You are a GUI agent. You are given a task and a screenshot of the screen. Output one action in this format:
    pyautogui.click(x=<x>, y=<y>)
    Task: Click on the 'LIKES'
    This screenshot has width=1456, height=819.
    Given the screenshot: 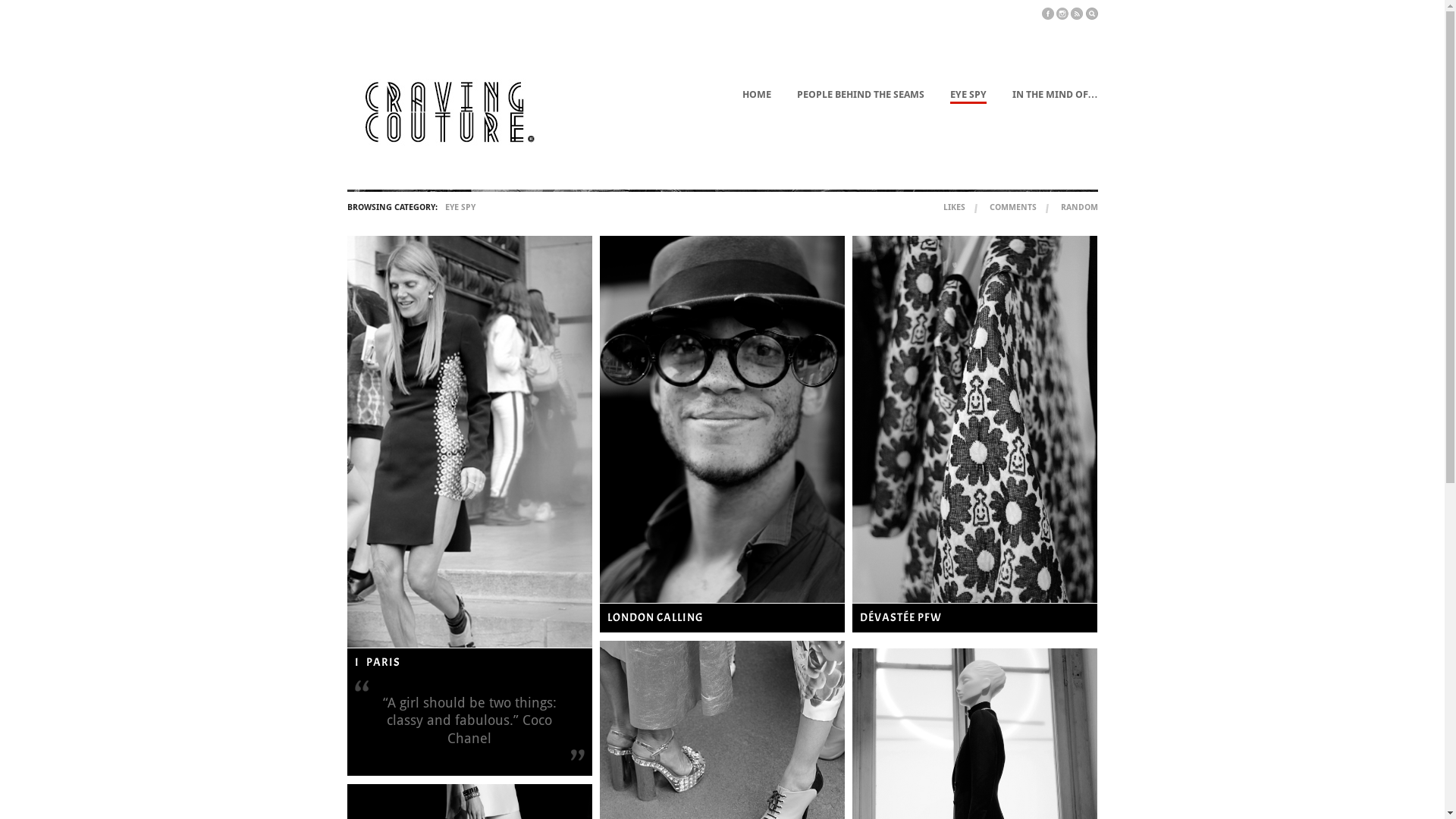 What is the action you would take?
    pyautogui.click(x=953, y=207)
    